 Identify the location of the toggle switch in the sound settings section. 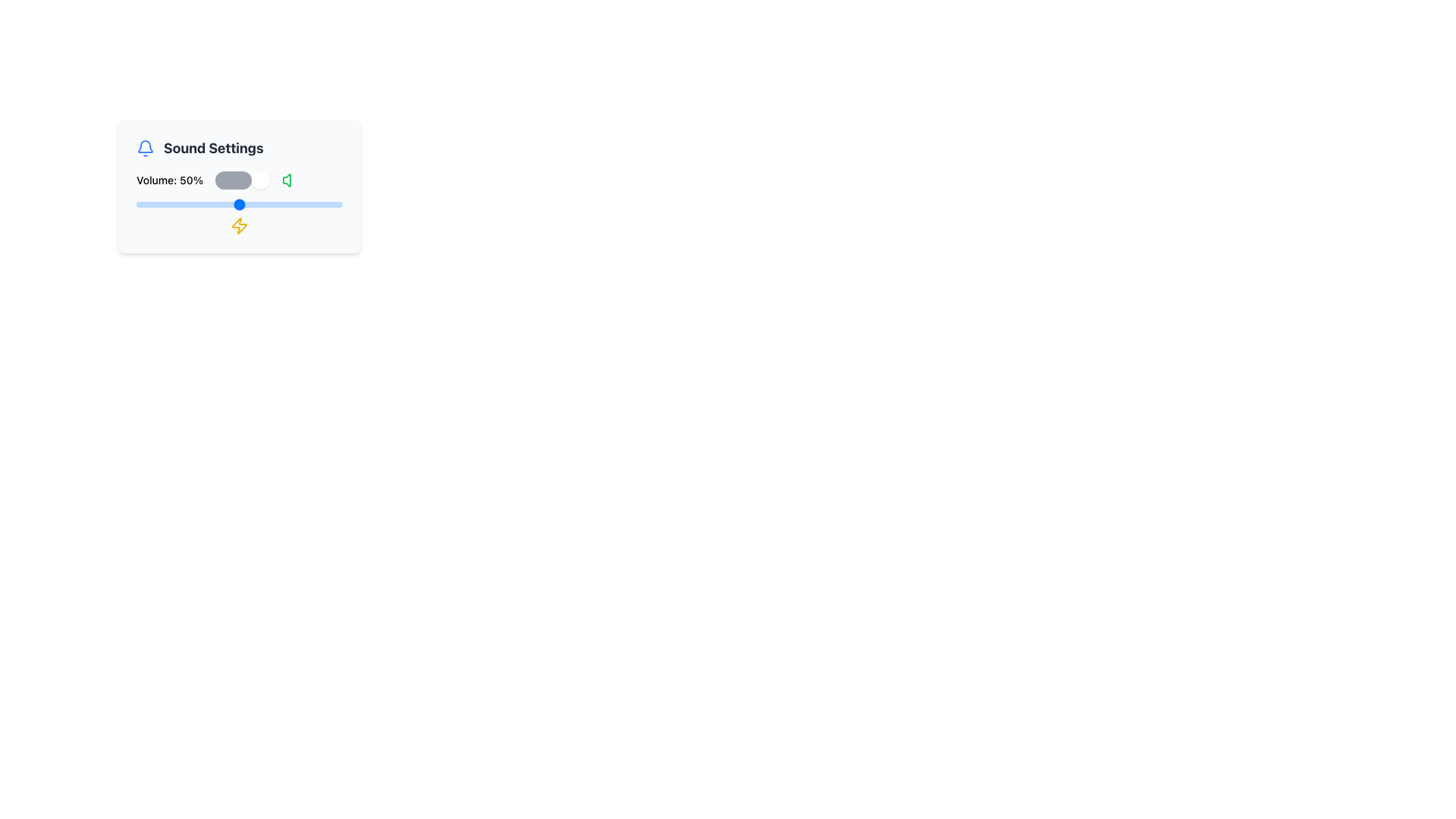
(239, 180).